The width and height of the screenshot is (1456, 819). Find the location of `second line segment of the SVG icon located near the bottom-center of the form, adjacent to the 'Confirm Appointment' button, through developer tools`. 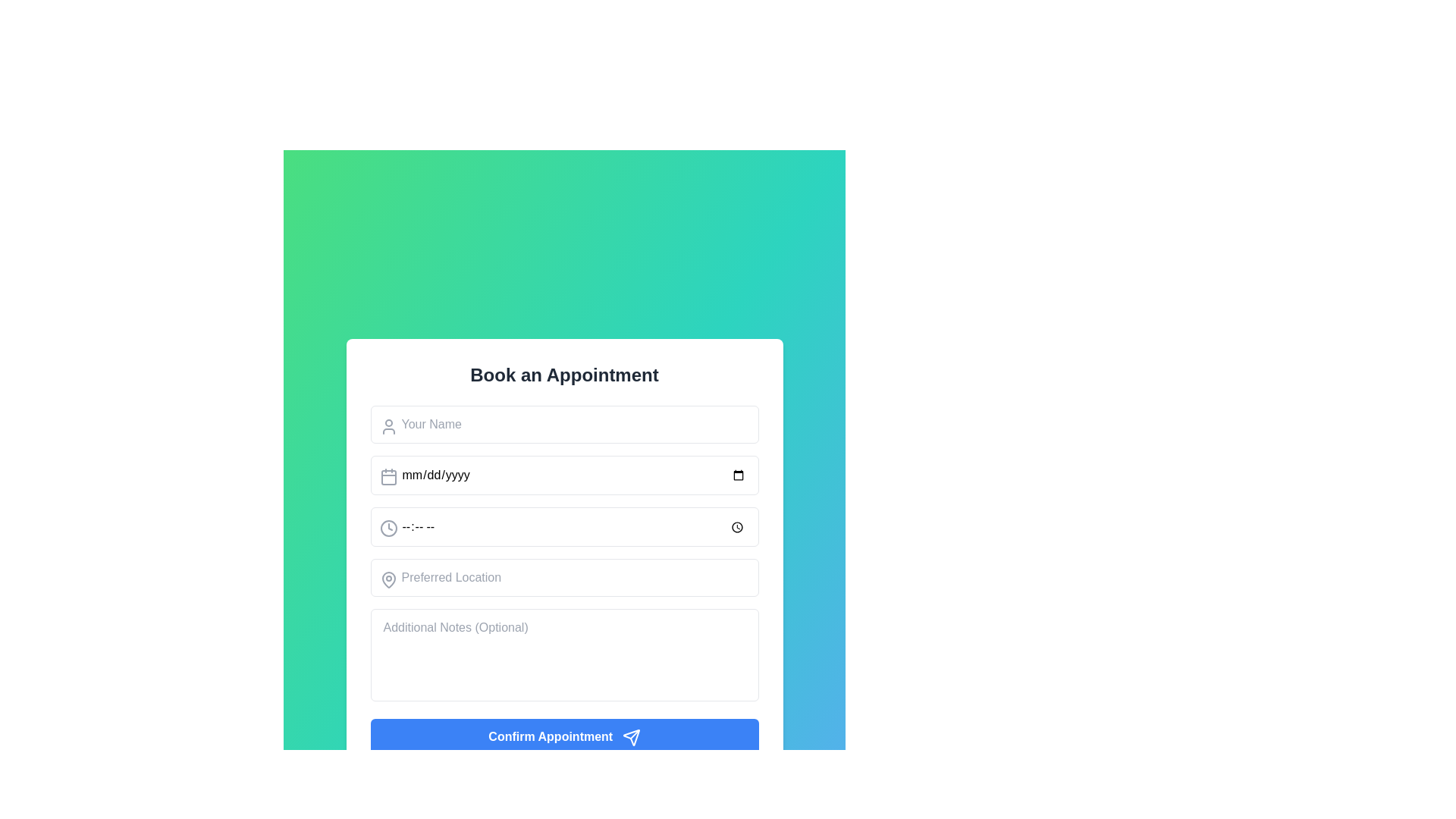

second line segment of the SVG icon located near the bottom-center of the form, adjacent to the 'Confirm Appointment' button, through developer tools is located at coordinates (634, 733).